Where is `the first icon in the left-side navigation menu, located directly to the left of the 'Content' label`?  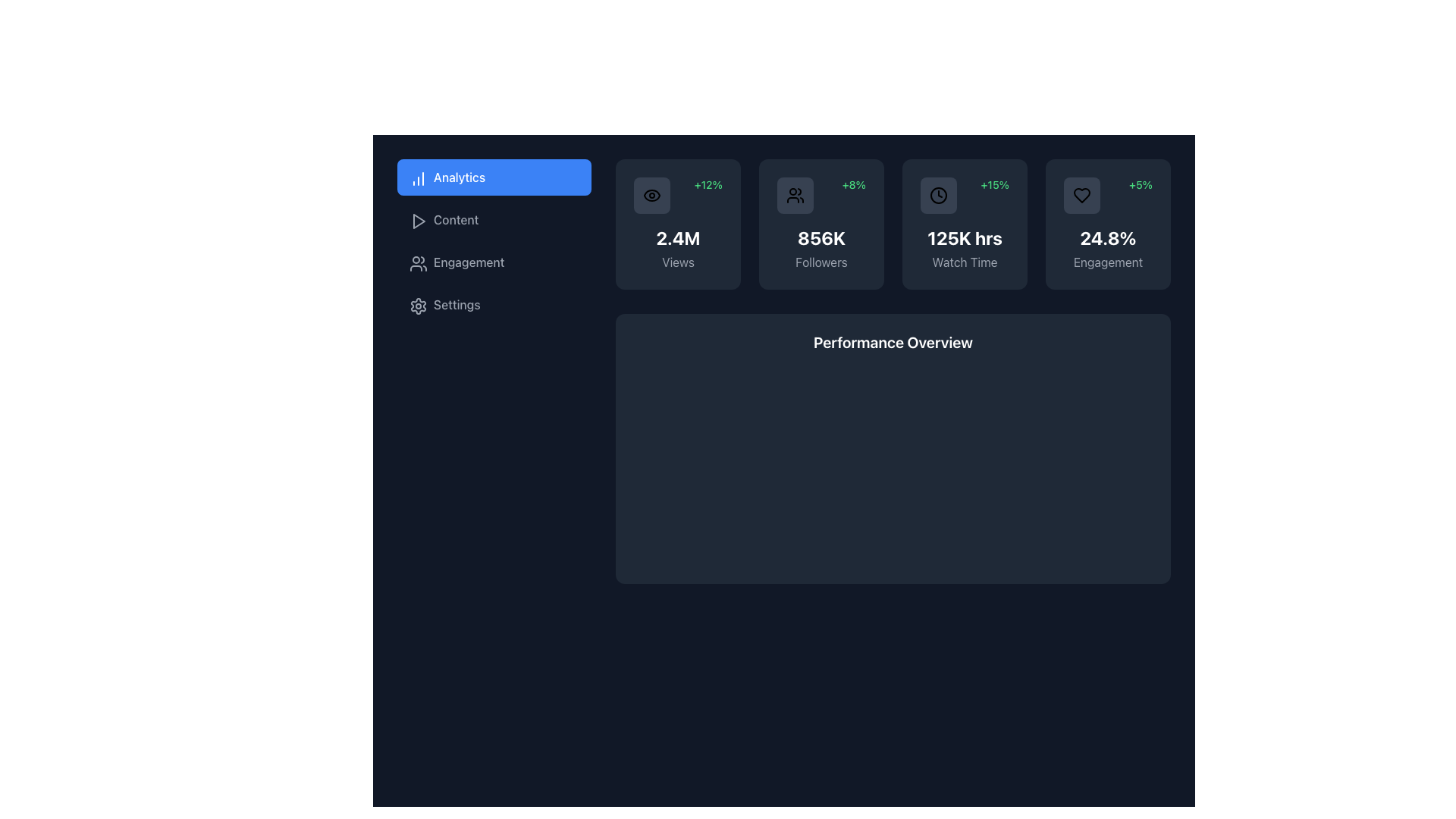
the first icon in the left-side navigation menu, located directly to the left of the 'Content' label is located at coordinates (419, 221).